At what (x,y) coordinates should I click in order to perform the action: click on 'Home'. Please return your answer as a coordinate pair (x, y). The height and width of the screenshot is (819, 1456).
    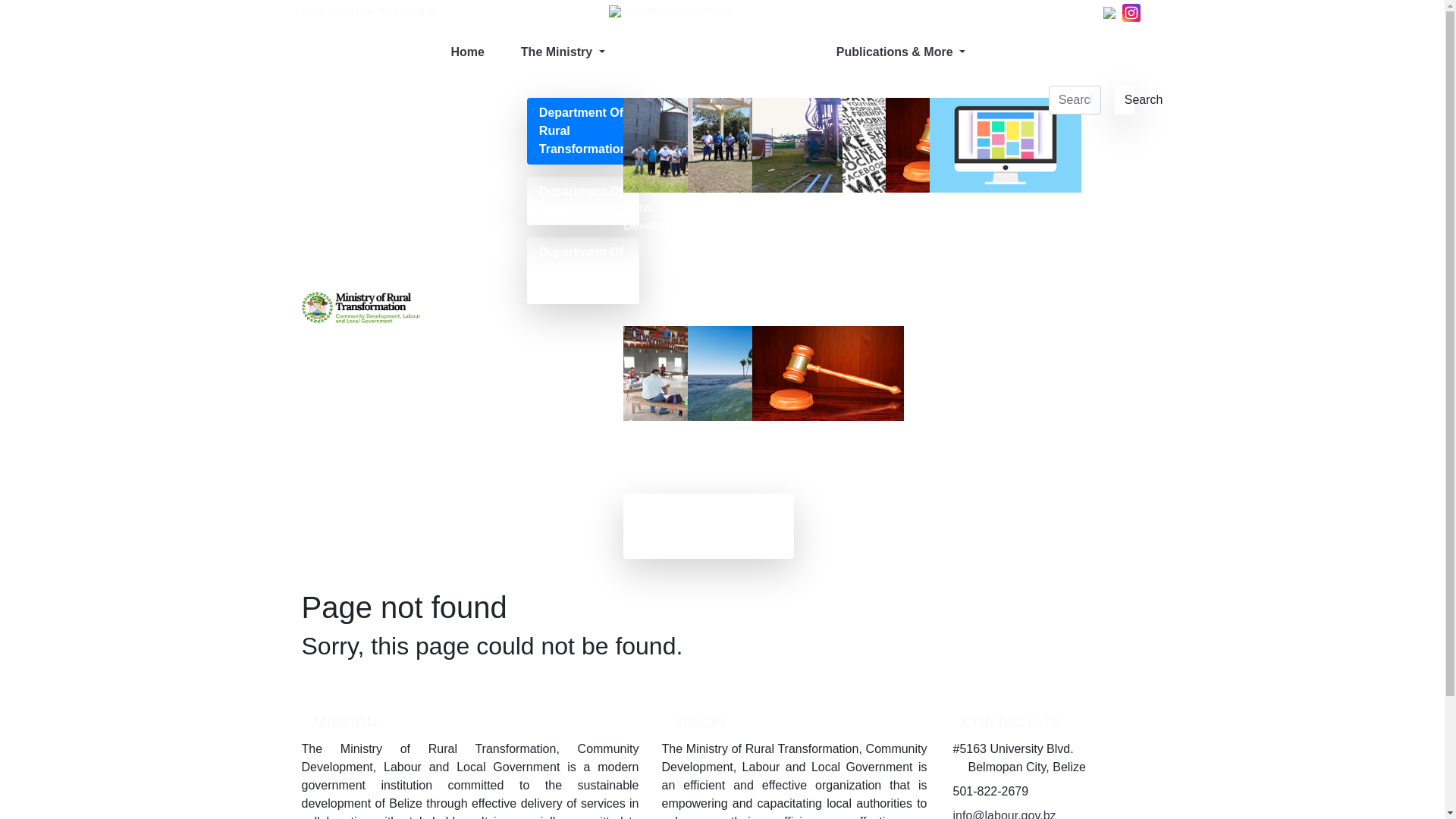
    Looking at the image, I should click on (466, 52).